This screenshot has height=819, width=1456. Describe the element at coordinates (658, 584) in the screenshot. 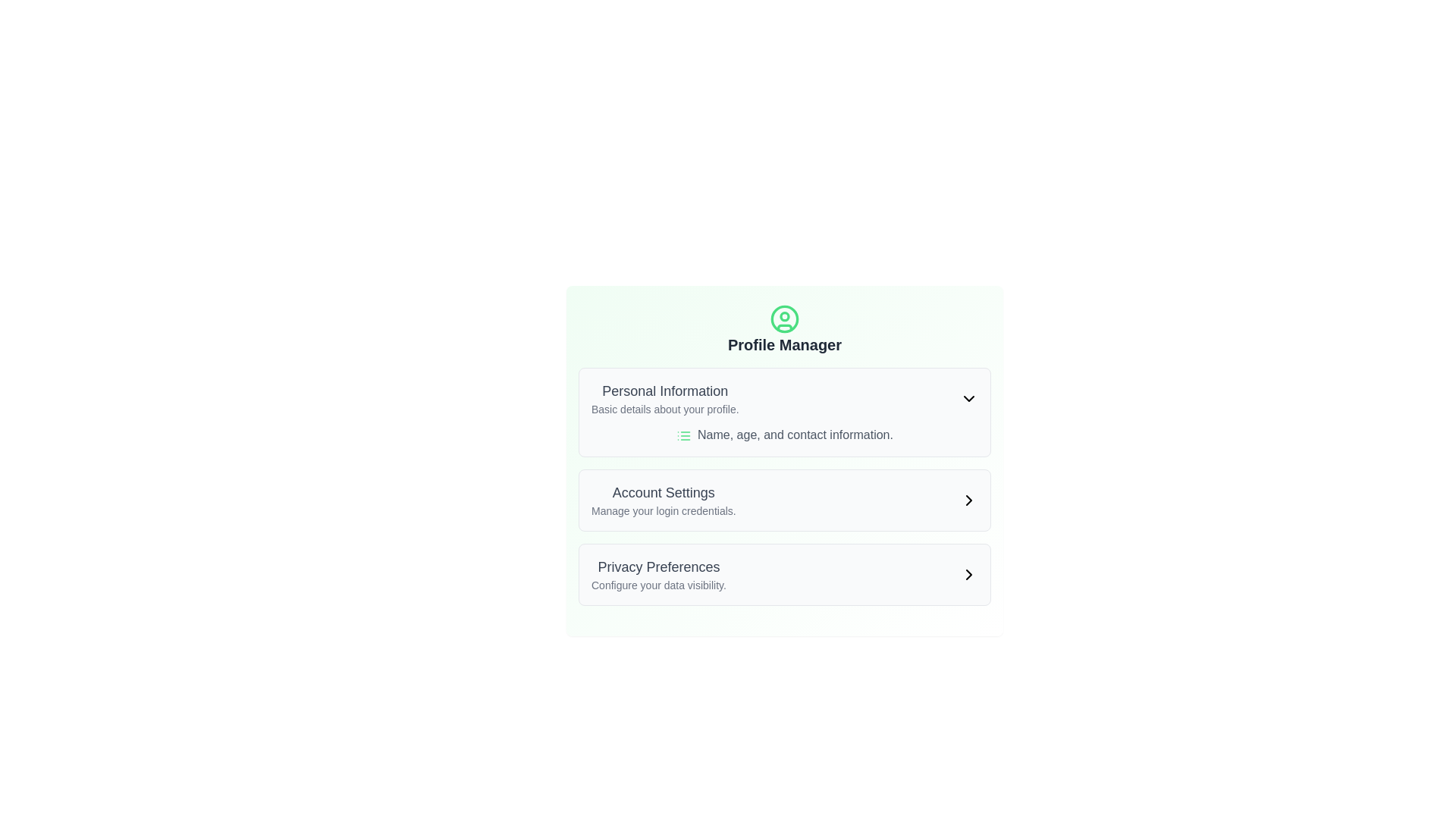

I see `the descriptive text label that clarifies the functionality of the 'Privacy Preferences' section, which is positioned below the 'Privacy Preferences' element` at that location.